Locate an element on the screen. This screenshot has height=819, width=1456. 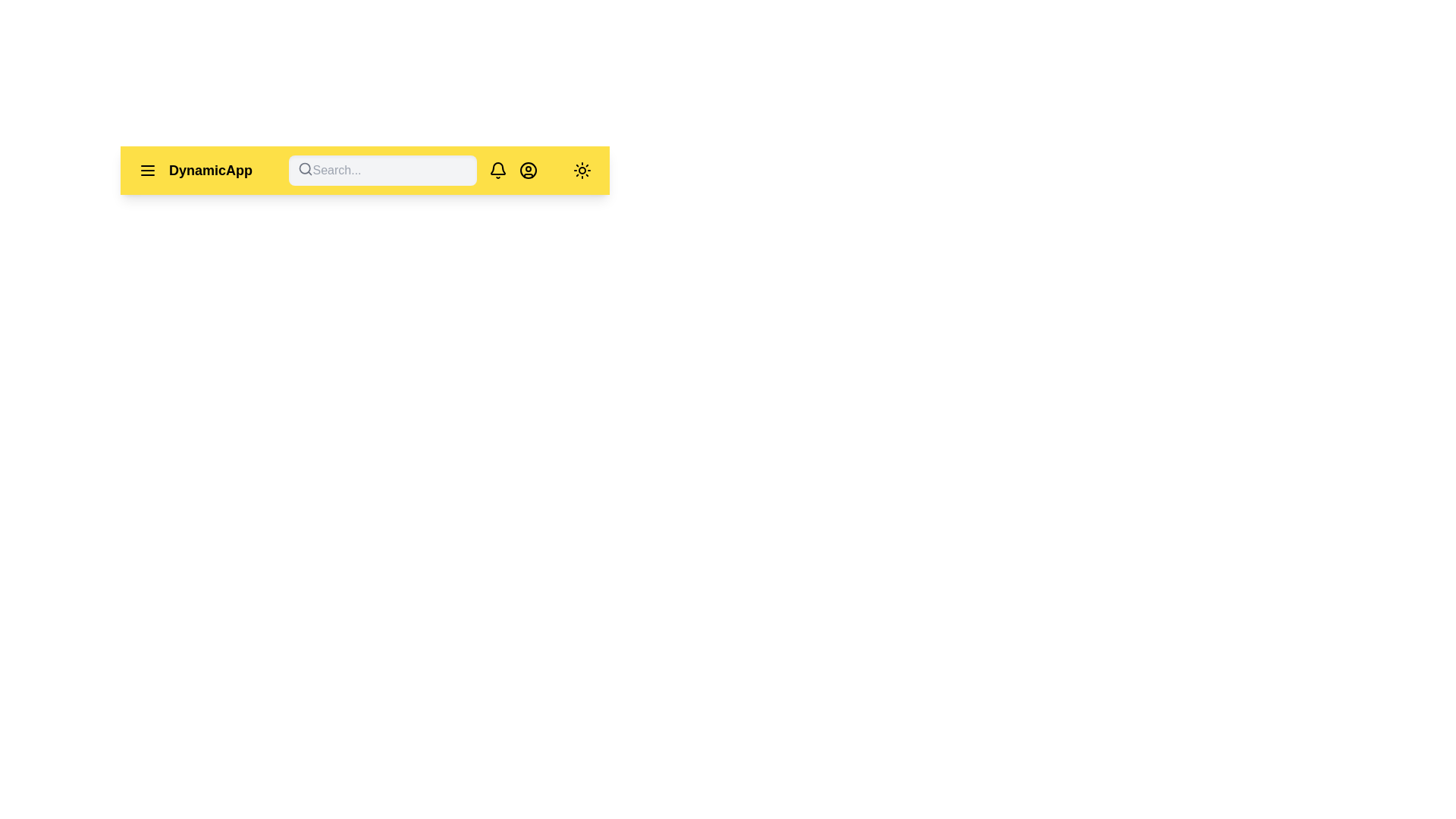
the notification bell icon is located at coordinates (497, 170).